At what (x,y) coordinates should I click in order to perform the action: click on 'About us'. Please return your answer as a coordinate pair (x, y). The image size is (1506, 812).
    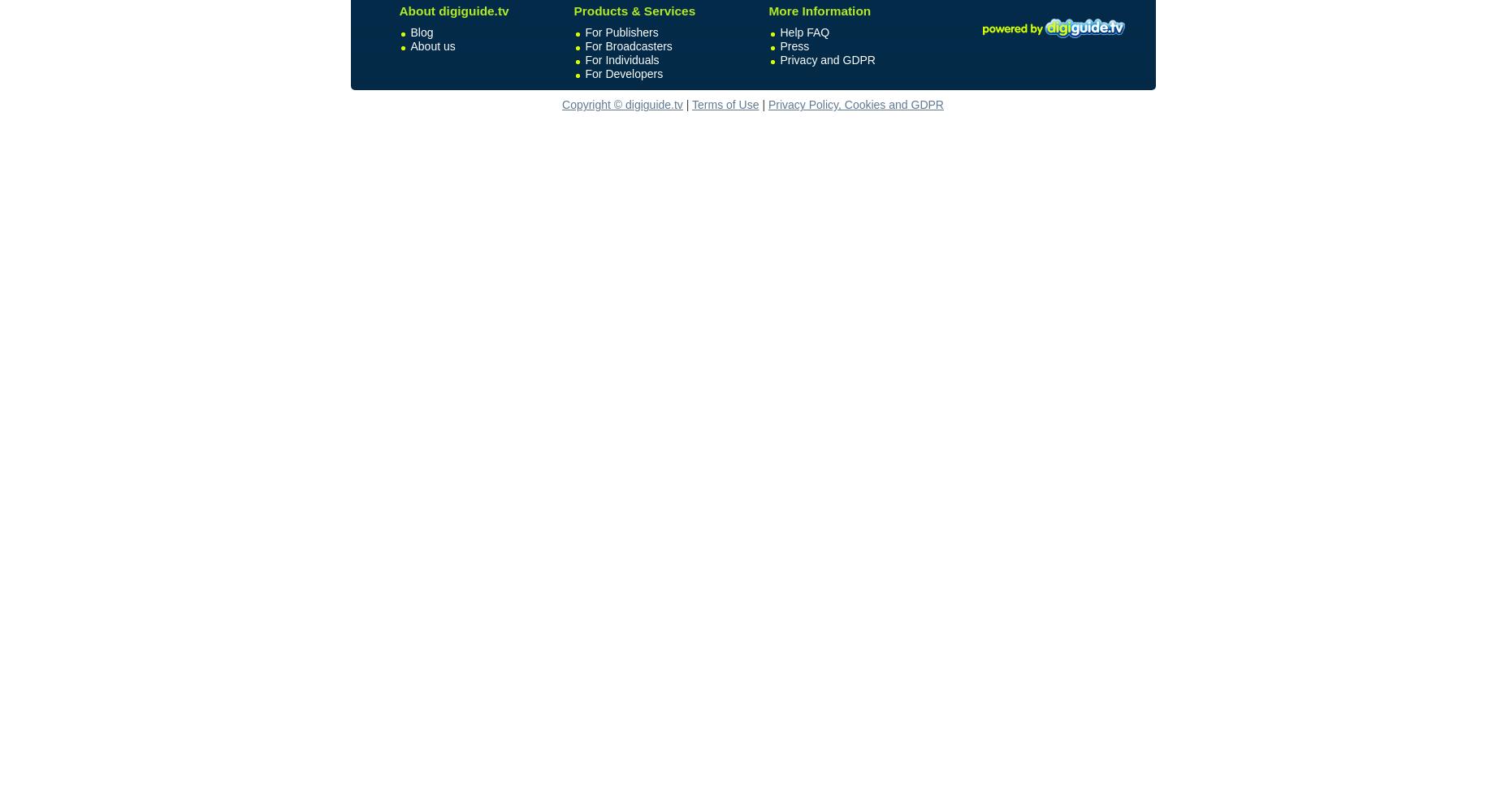
    Looking at the image, I should click on (432, 45).